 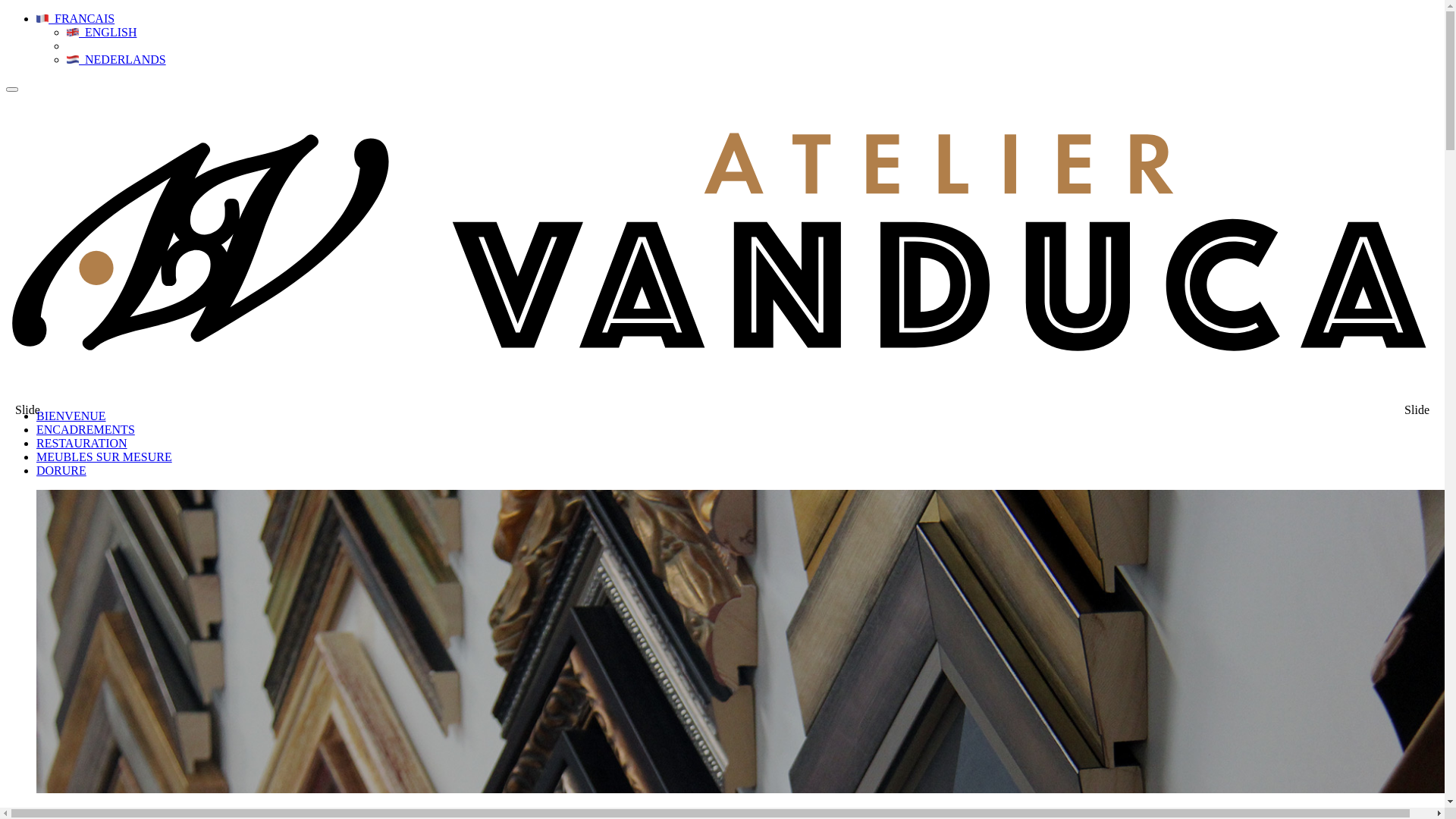 I want to click on 'MEUBLES SUR MESURE', so click(x=103, y=456).